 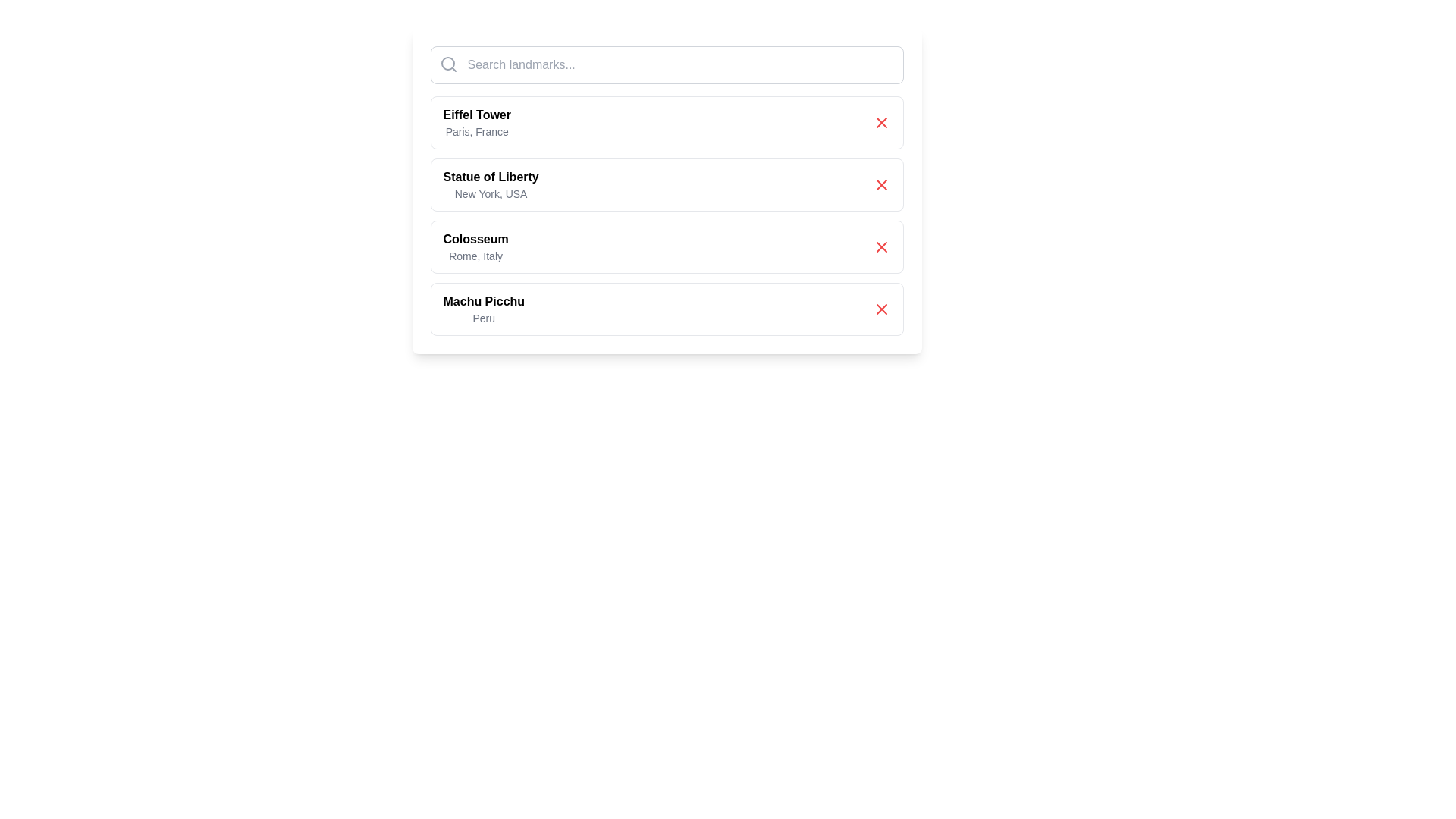 What do you see at coordinates (667, 190) in the screenshot?
I see `the second entry in the list, labeled 'Statue of Liberty' with 'New York, USA' beneath it` at bounding box center [667, 190].